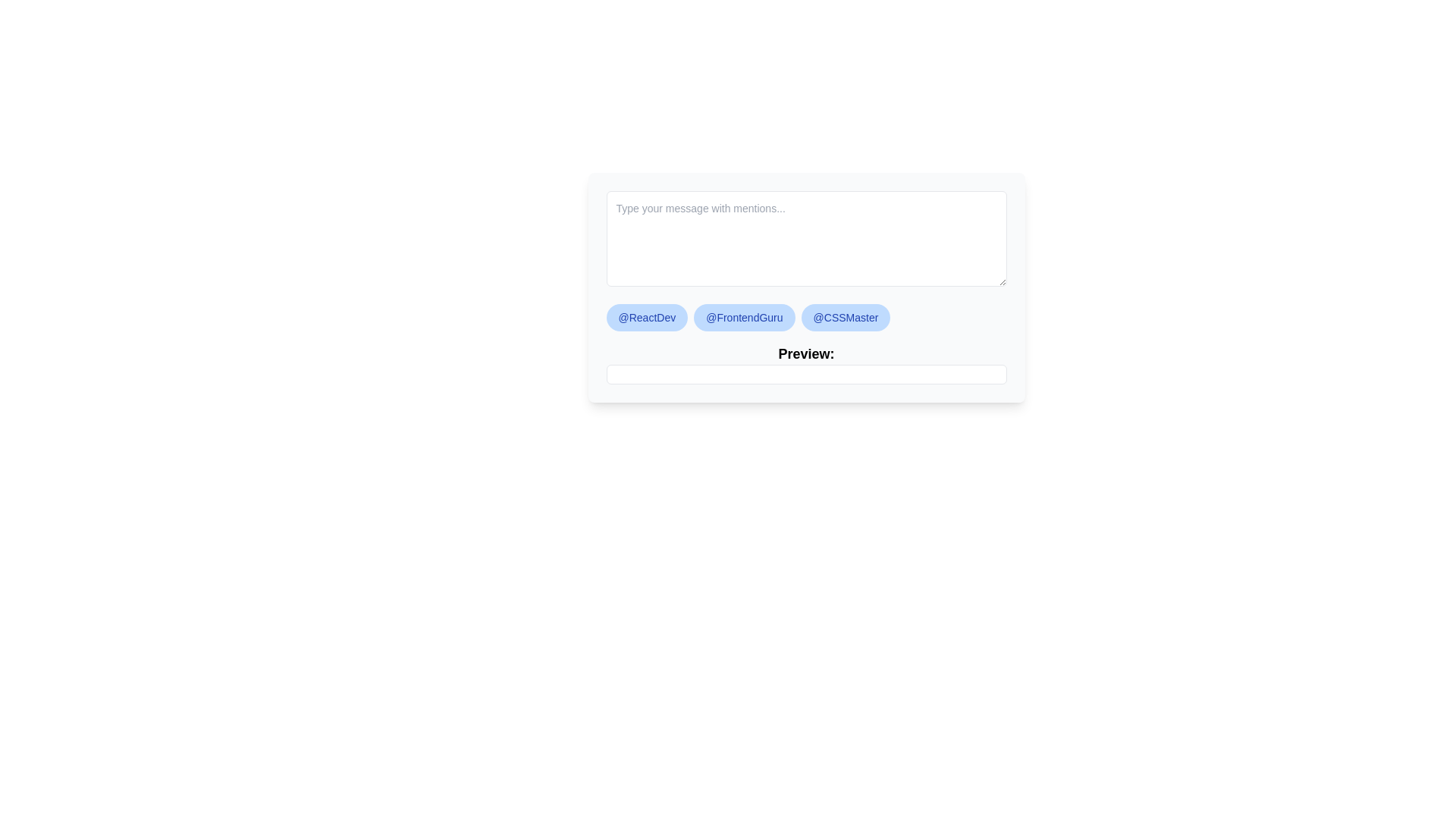 Image resolution: width=1456 pixels, height=819 pixels. Describe the element at coordinates (845, 317) in the screenshot. I see `the interactive badge styled as a rounded blue badge containing the text '@CSSMaster'` at that location.